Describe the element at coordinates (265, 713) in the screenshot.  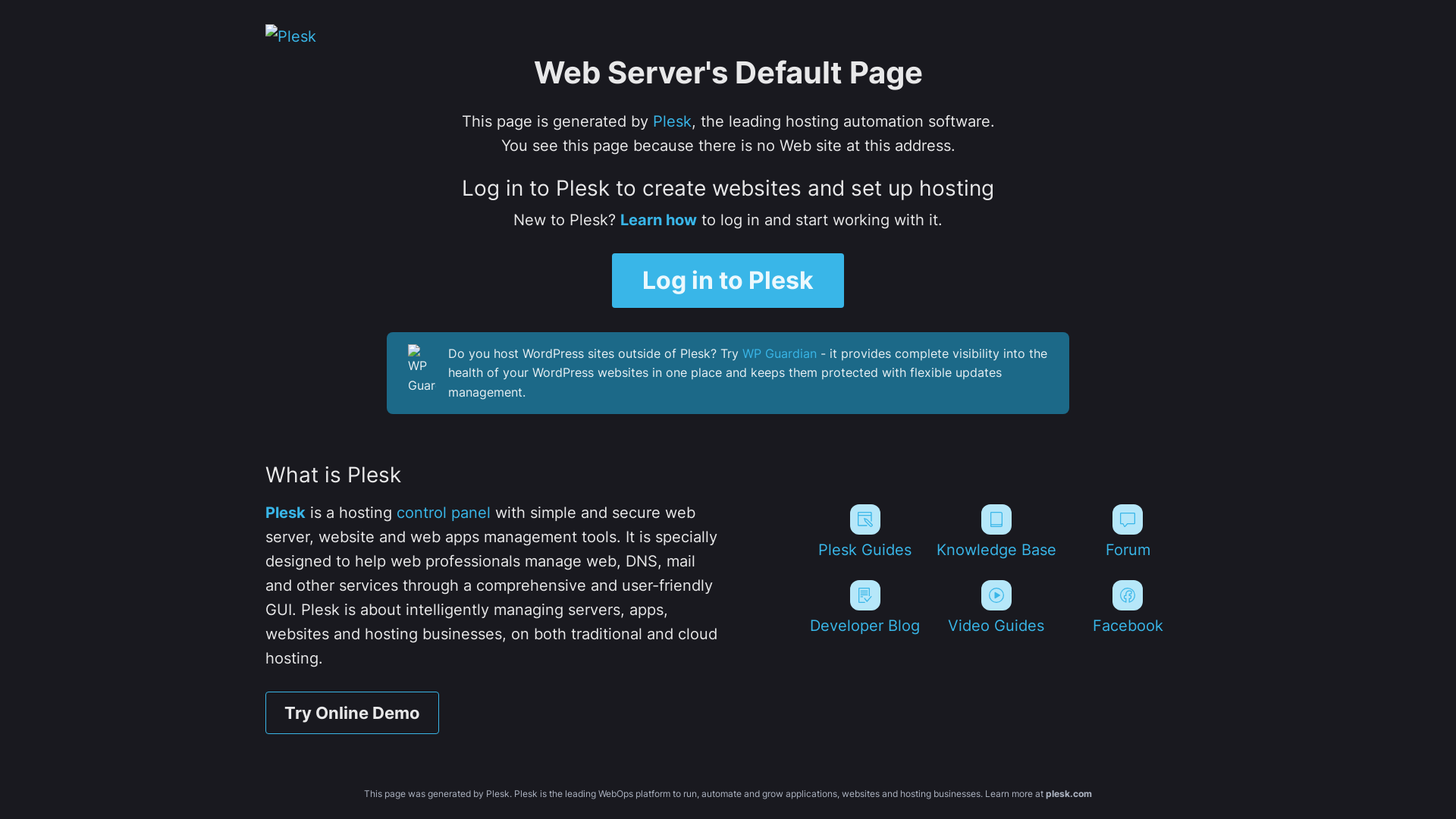
I see `'Try Online Demo'` at that location.